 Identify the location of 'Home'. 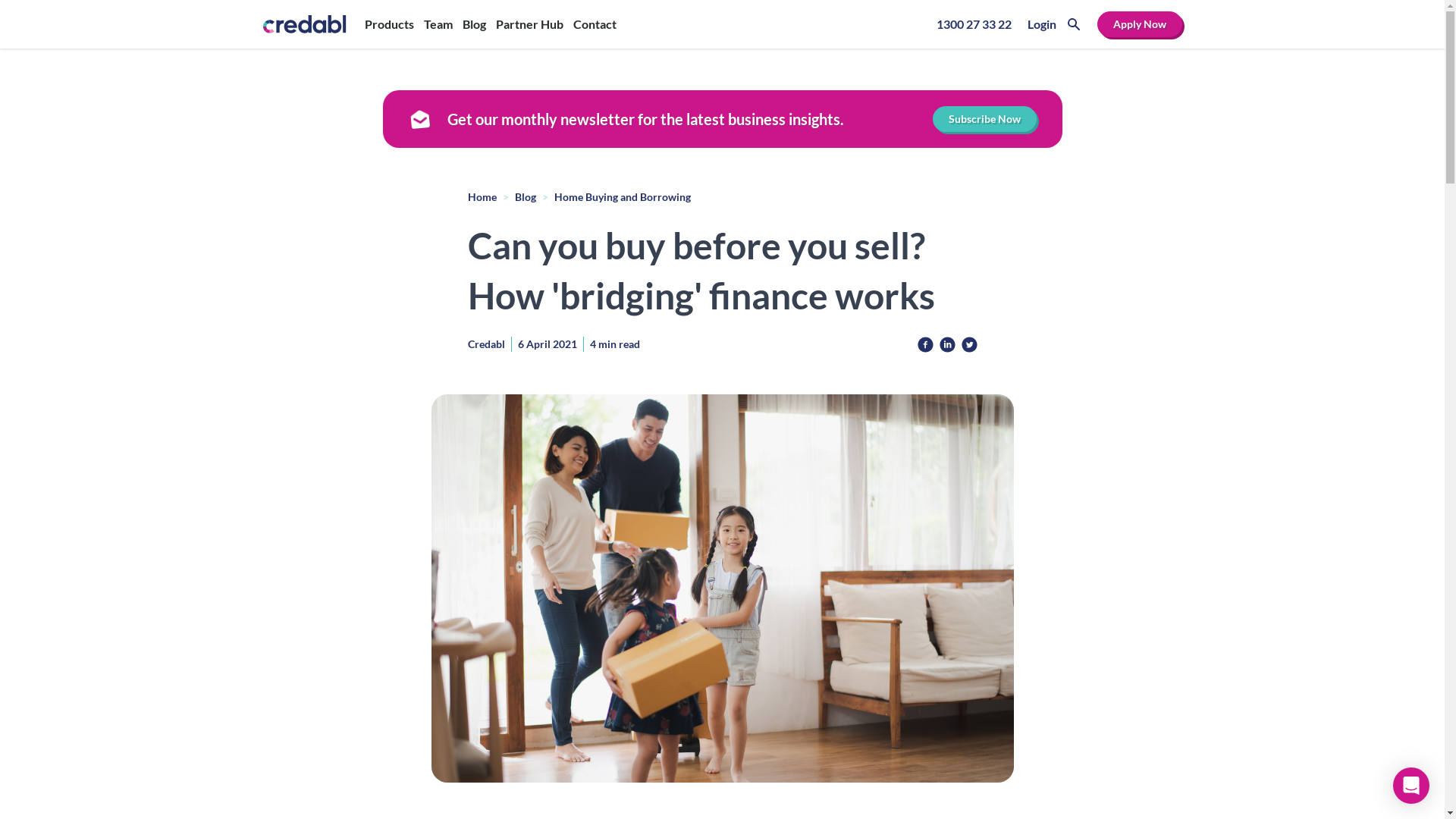
(480, 196).